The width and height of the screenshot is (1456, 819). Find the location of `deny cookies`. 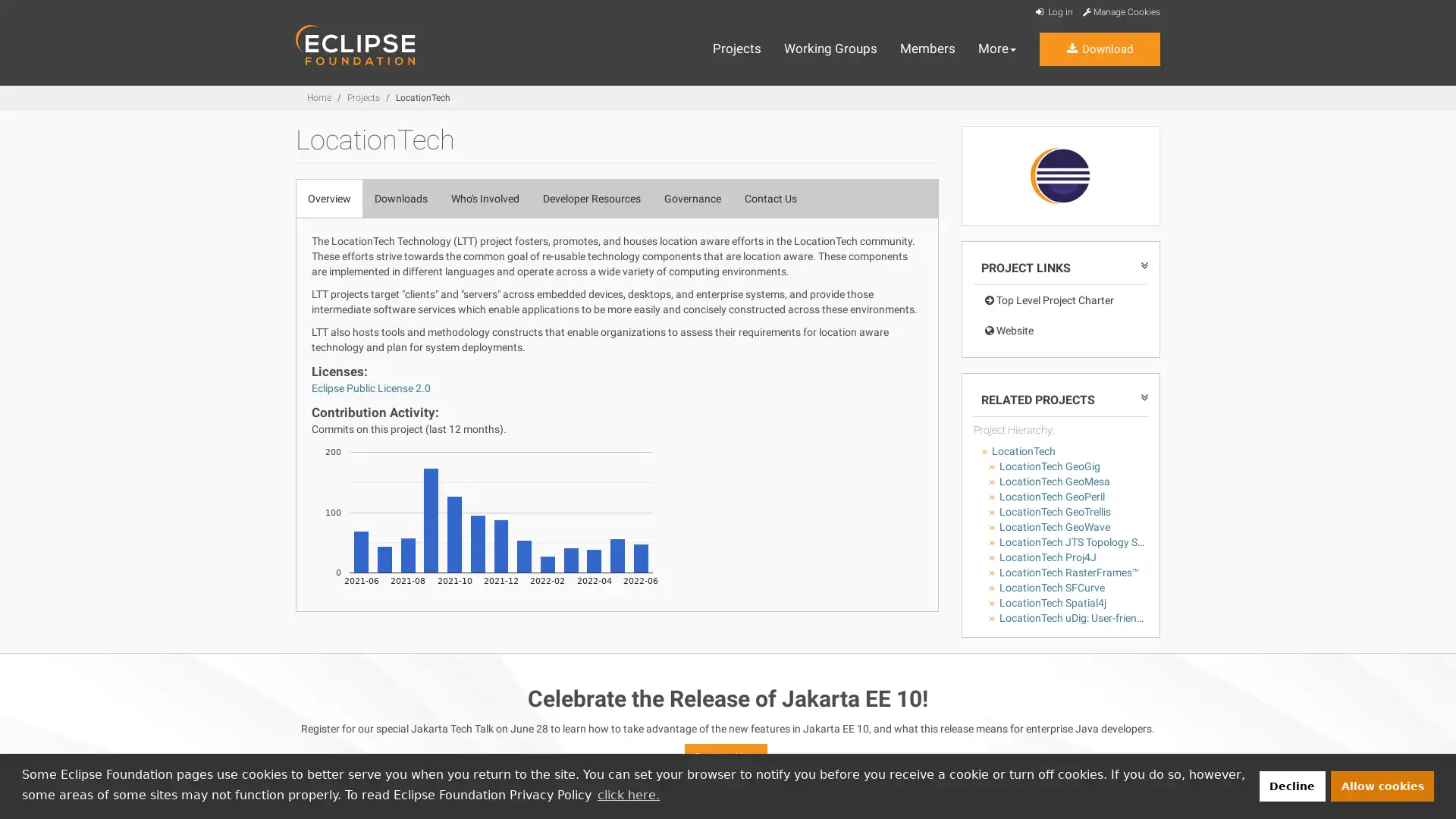

deny cookies is located at coordinates (1291, 785).